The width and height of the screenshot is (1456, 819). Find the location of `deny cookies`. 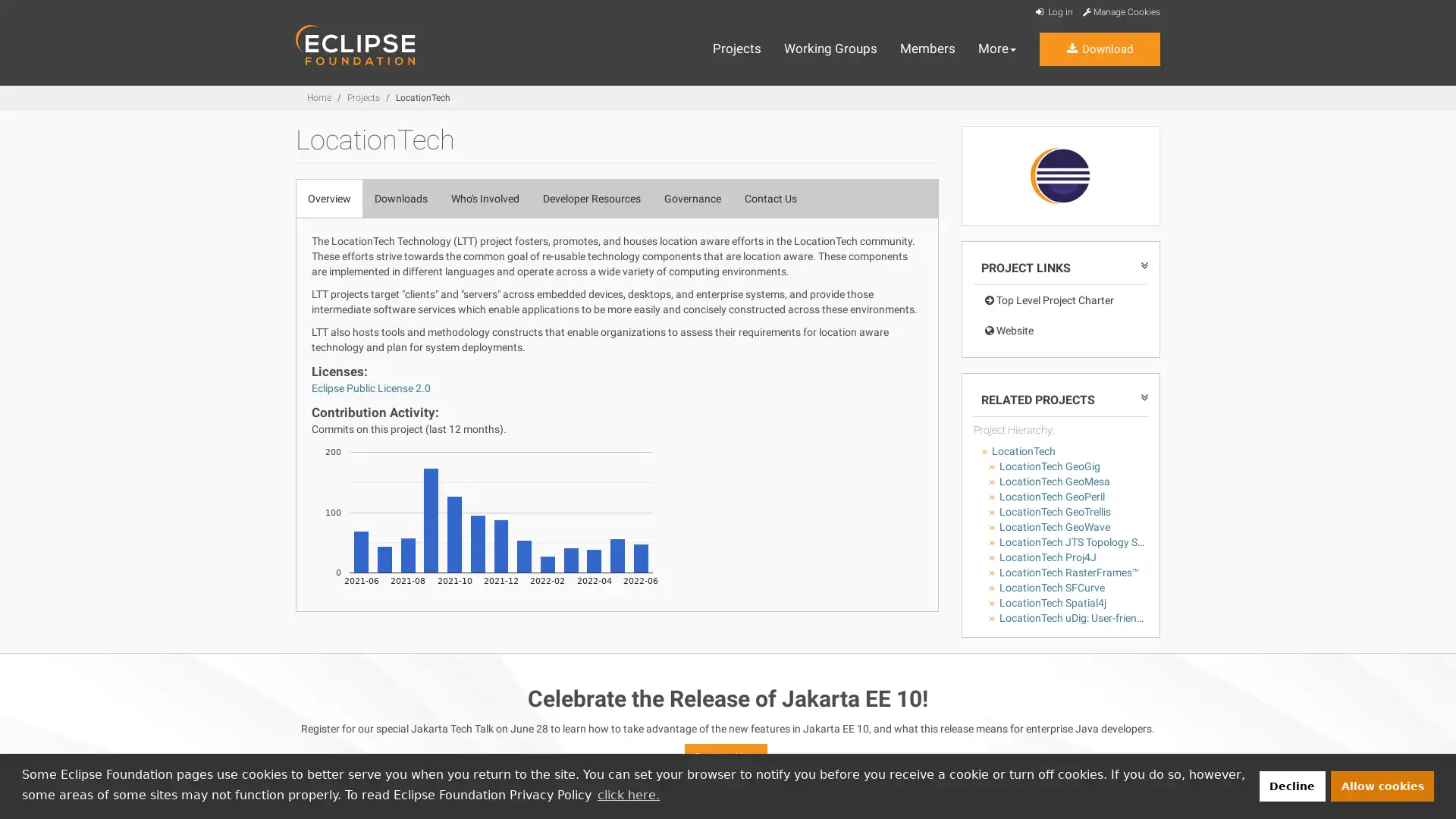

deny cookies is located at coordinates (1291, 785).